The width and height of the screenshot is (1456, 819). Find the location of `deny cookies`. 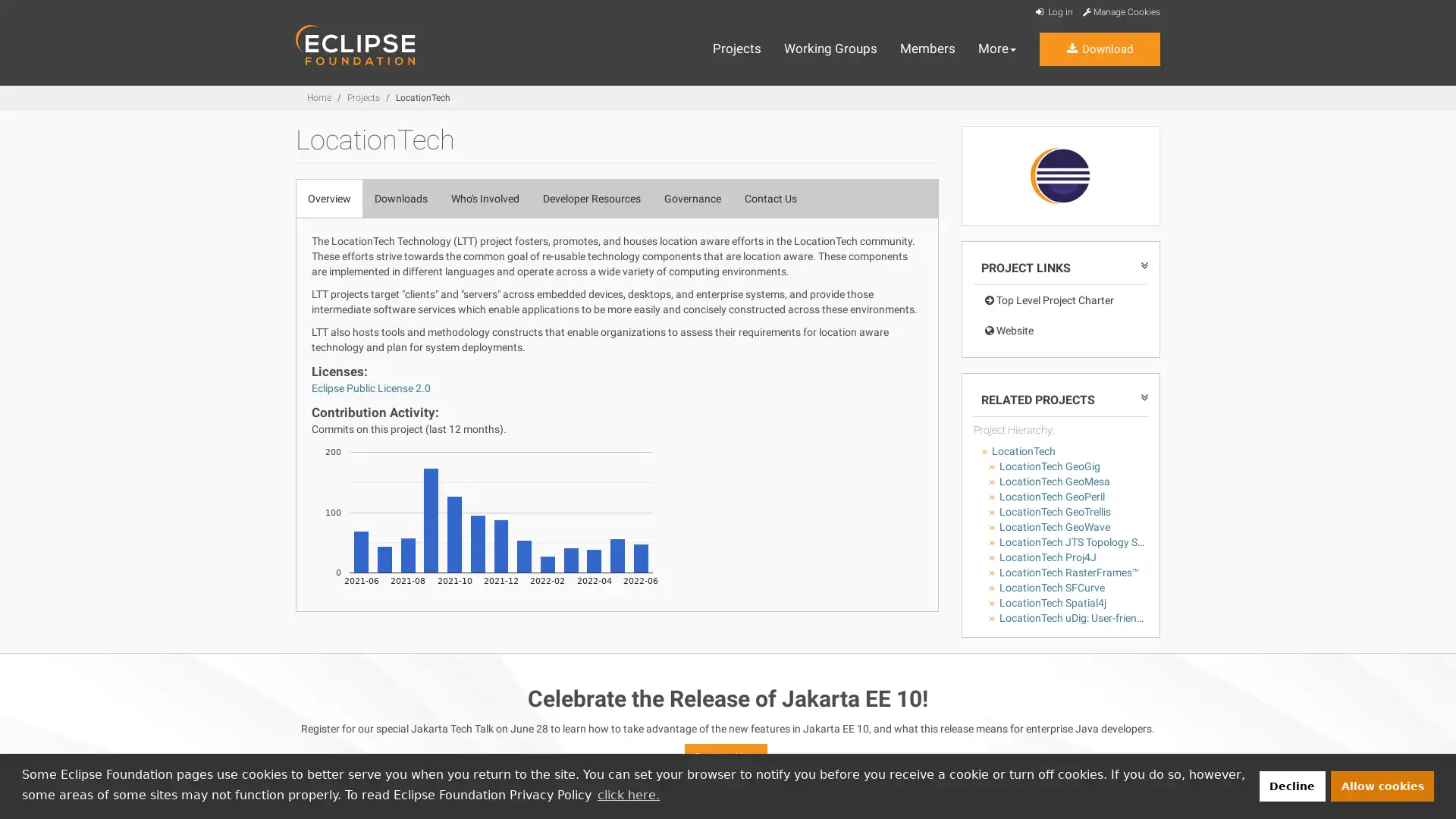

deny cookies is located at coordinates (1291, 785).